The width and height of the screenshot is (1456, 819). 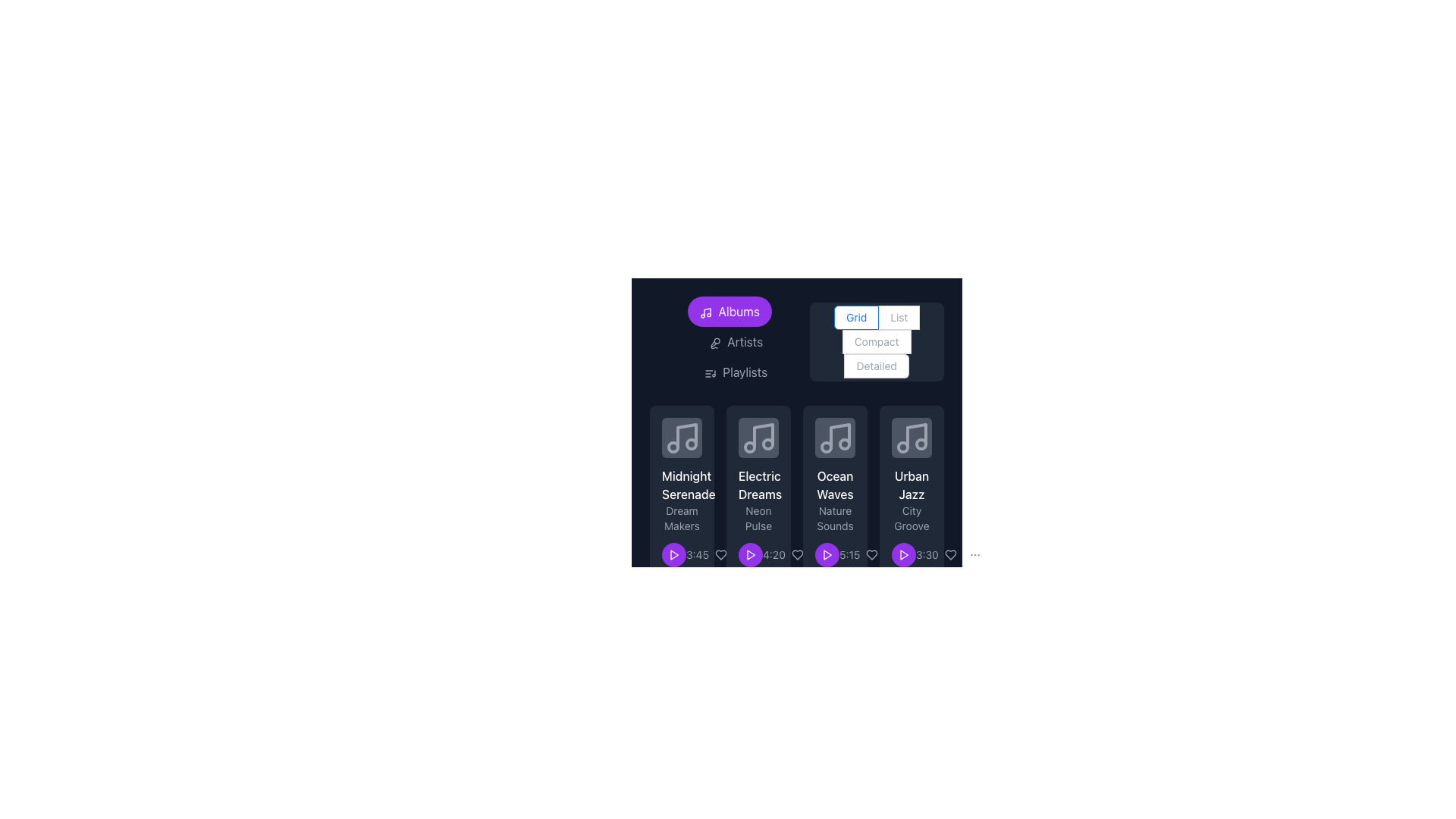 What do you see at coordinates (796, 555) in the screenshot?
I see `the interactive button icon that allows users to like or add the 'Electric Dreams' album to their favorites list` at bounding box center [796, 555].